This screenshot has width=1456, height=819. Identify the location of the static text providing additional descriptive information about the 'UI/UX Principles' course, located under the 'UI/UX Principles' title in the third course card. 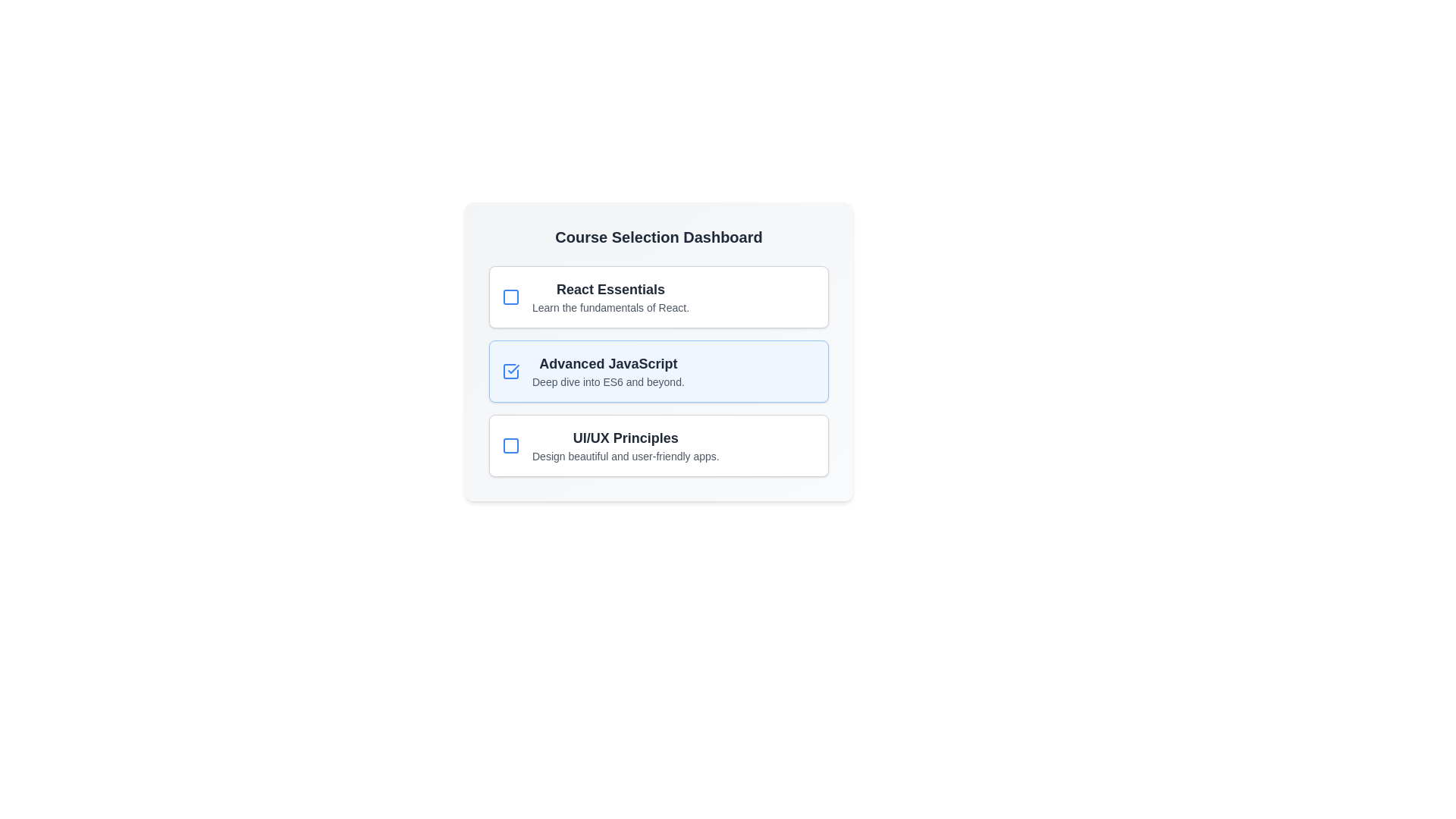
(626, 455).